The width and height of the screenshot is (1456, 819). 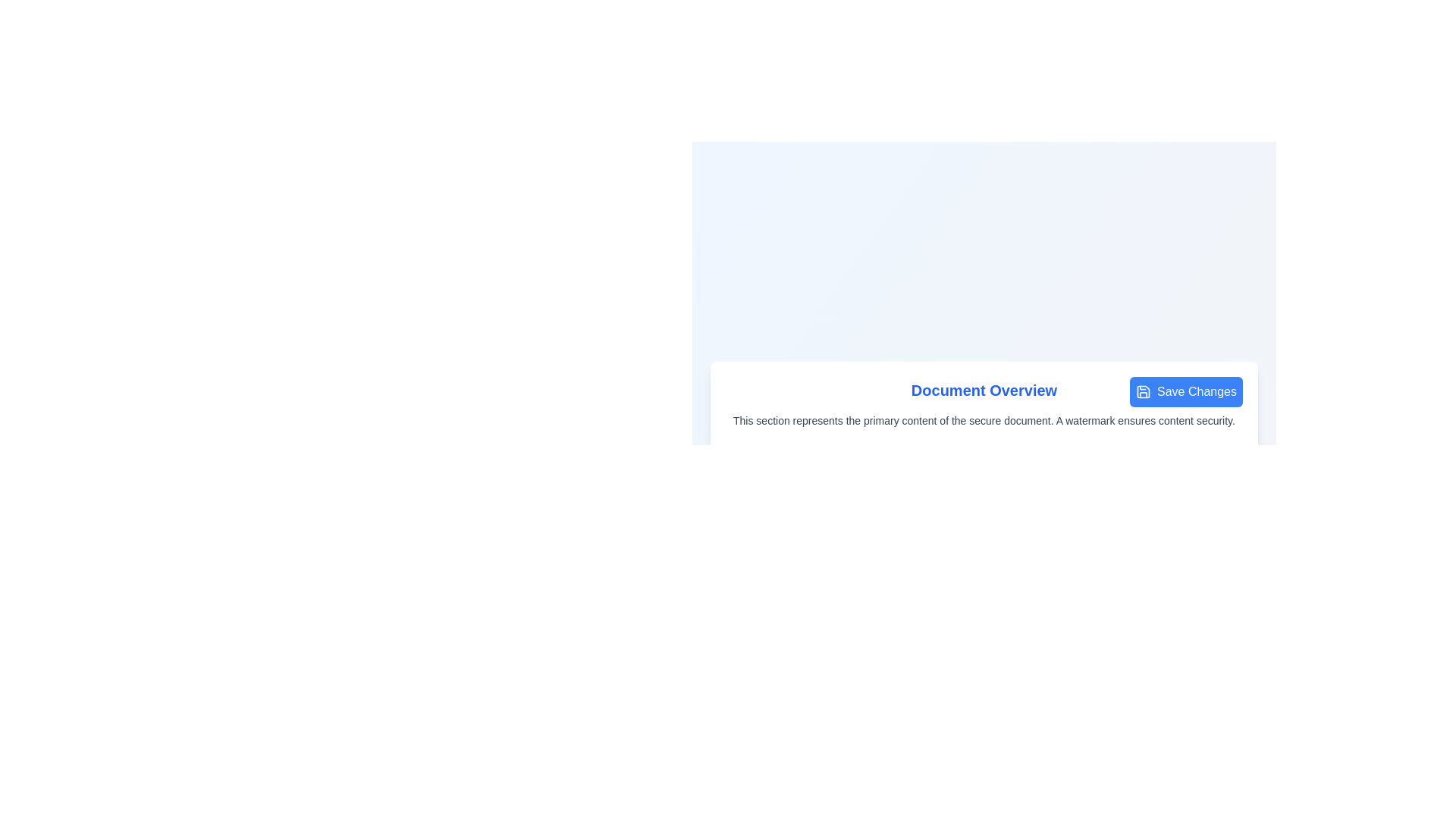 I want to click on header text element that displays 'Document Overview' in a bold and large blue font, positioned above a descriptive paragraph, so click(x=984, y=390).